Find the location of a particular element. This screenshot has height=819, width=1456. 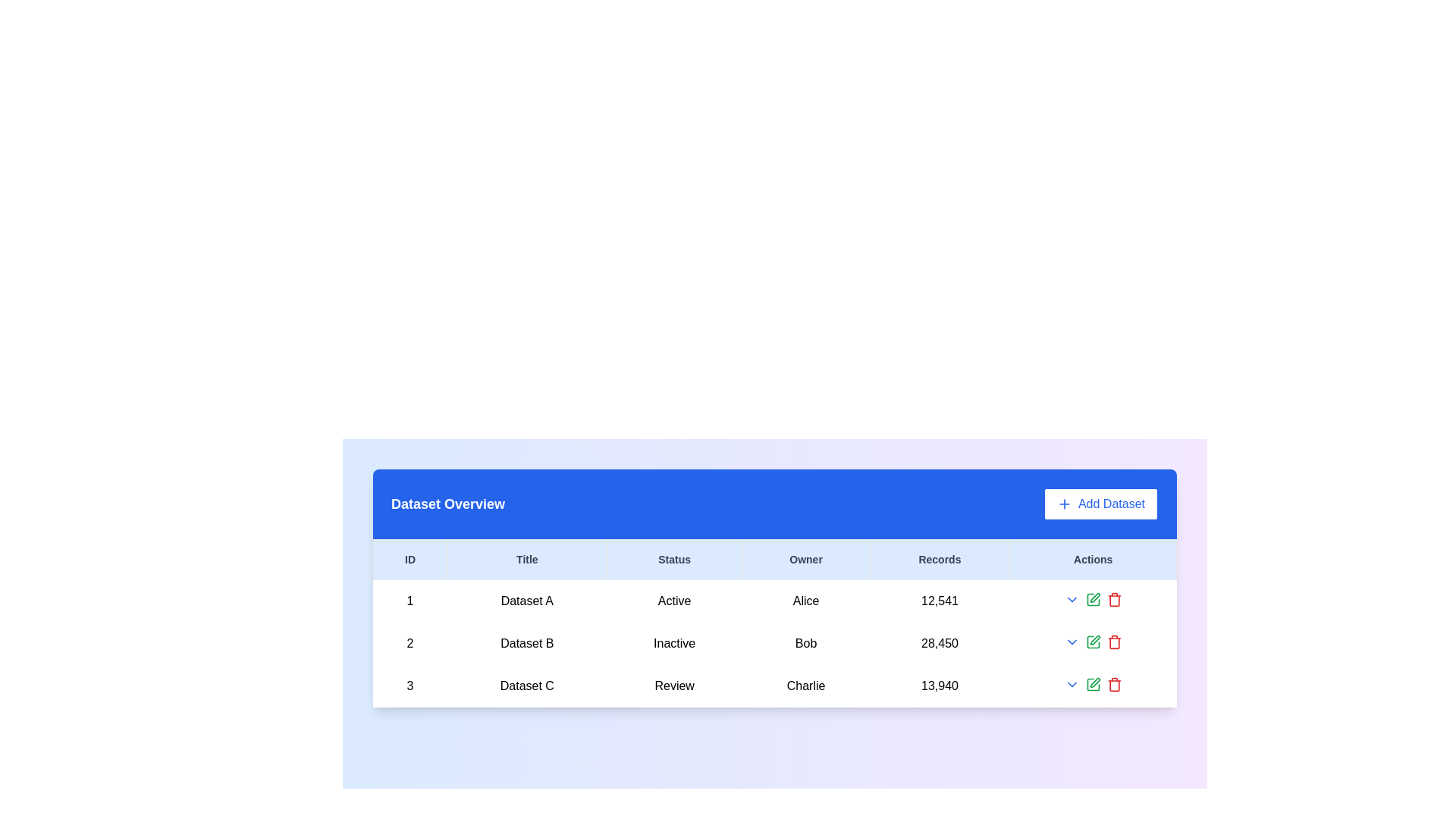

the body of the trash bin icon, which is a minimalist design with a rectangular body and curved top, located in the 'Actions' column of the third row of the table is located at coordinates (1114, 686).